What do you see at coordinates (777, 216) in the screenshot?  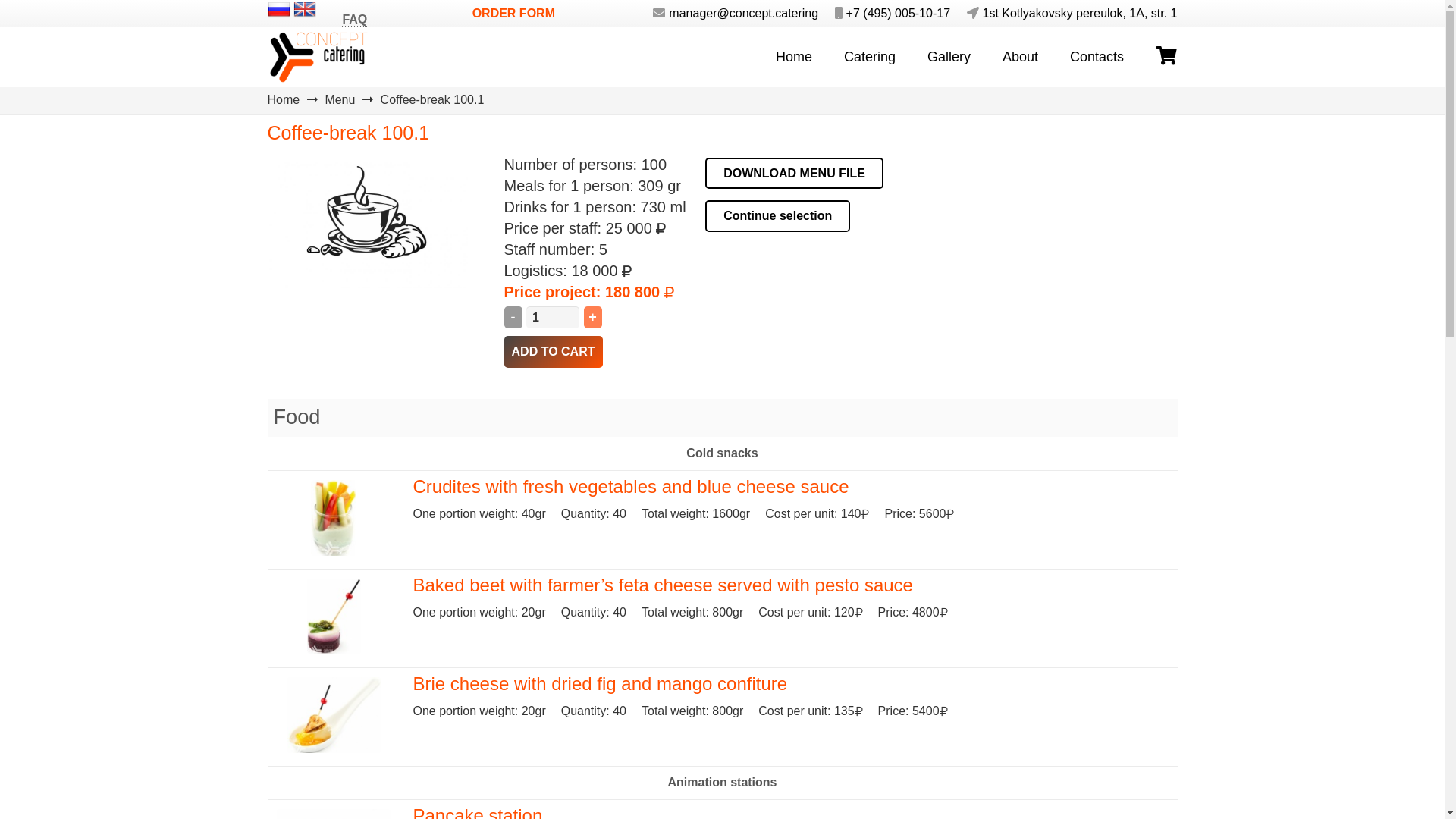 I see `'Continue selection'` at bounding box center [777, 216].